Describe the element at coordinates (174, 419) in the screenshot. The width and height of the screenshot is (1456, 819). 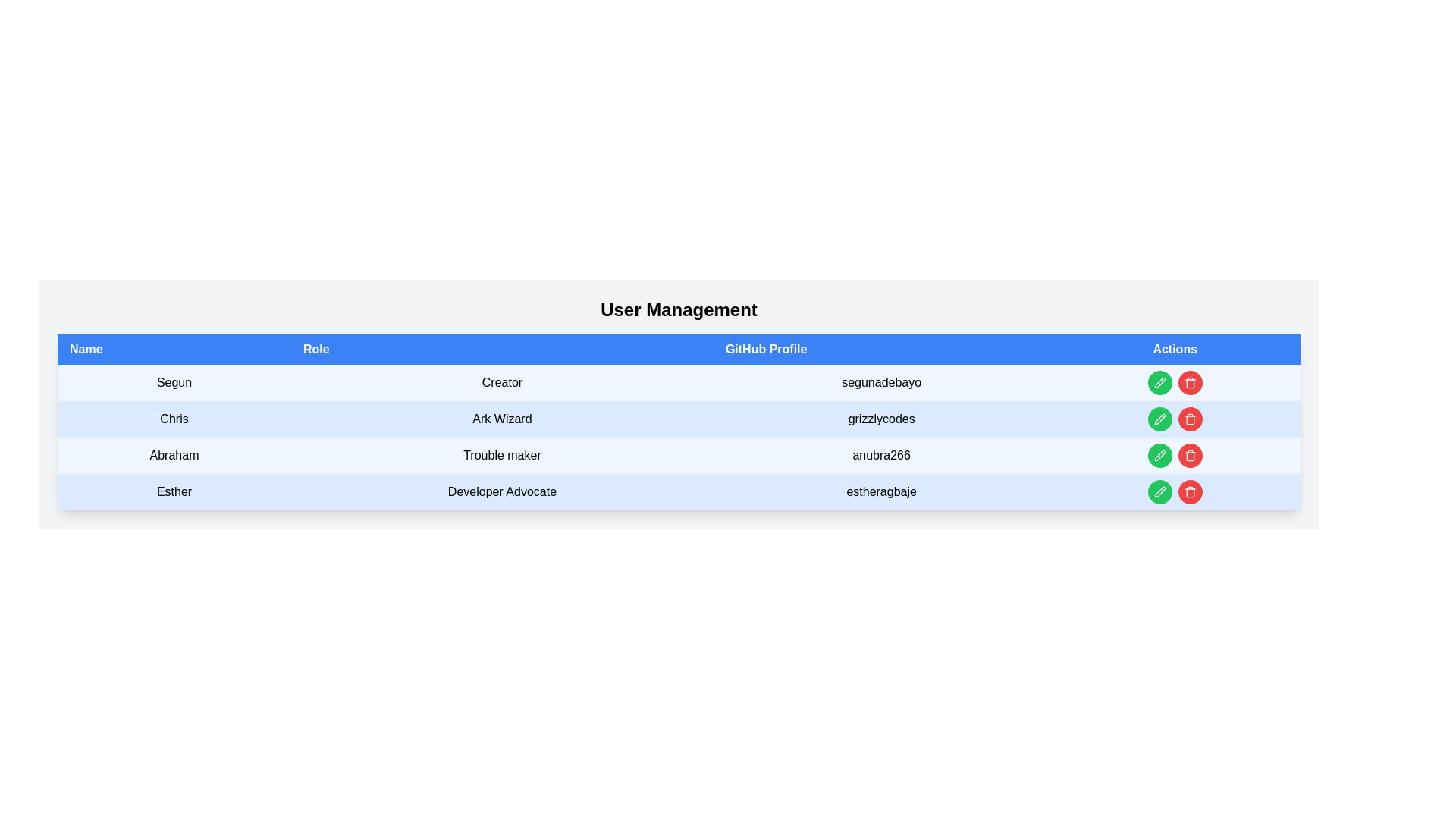
I see `the text label 'Chris' located in the first cell of the second row under the 'Name' header for selection` at that location.